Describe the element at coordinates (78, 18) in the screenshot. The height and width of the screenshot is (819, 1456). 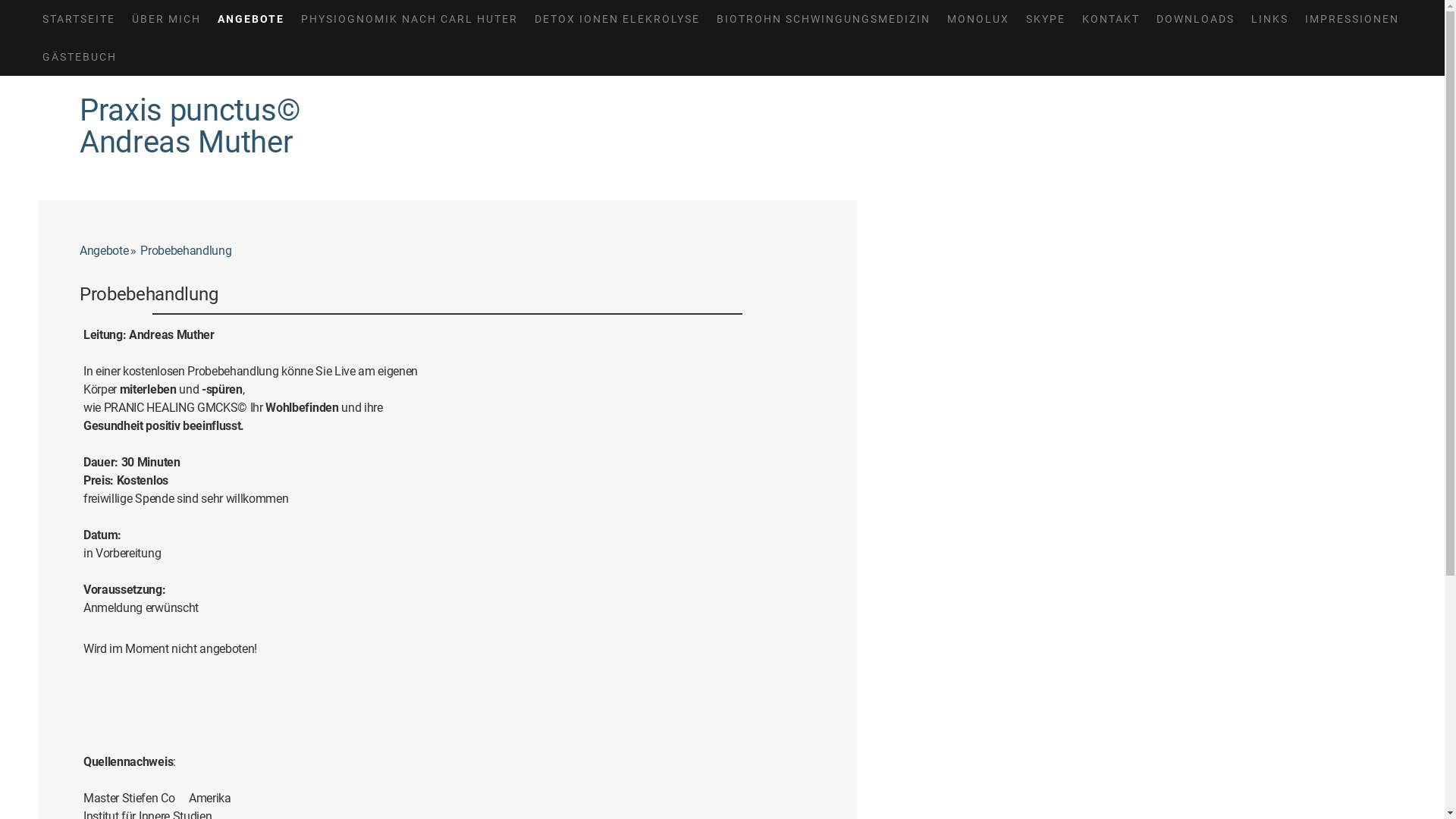
I see `'STARTSEITE'` at that location.